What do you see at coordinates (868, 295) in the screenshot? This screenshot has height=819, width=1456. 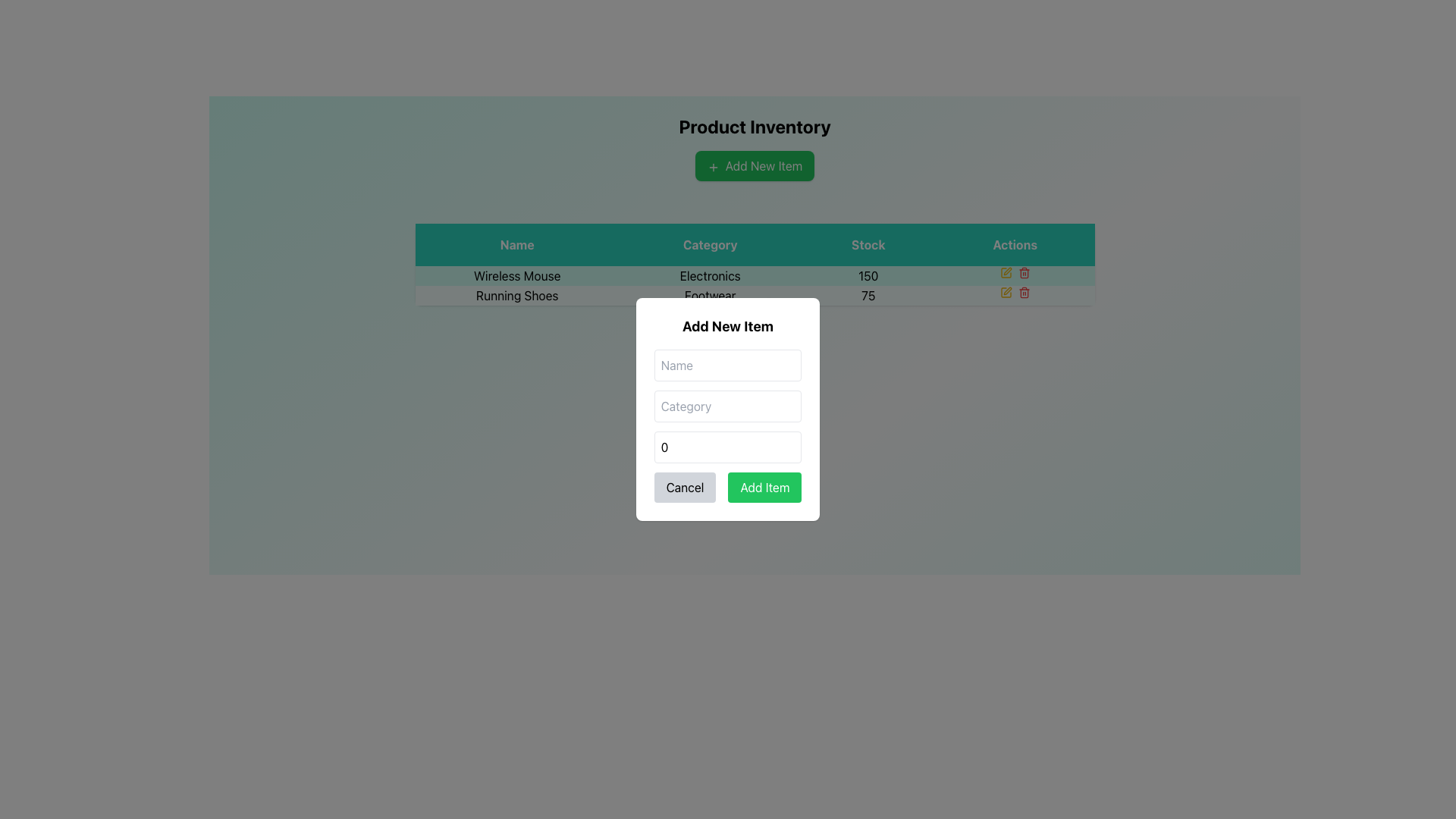 I see `the text displaying the numeric value '75' in the 'Stock' column of the 'Running Shoes' row` at bounding box center [868, 295].